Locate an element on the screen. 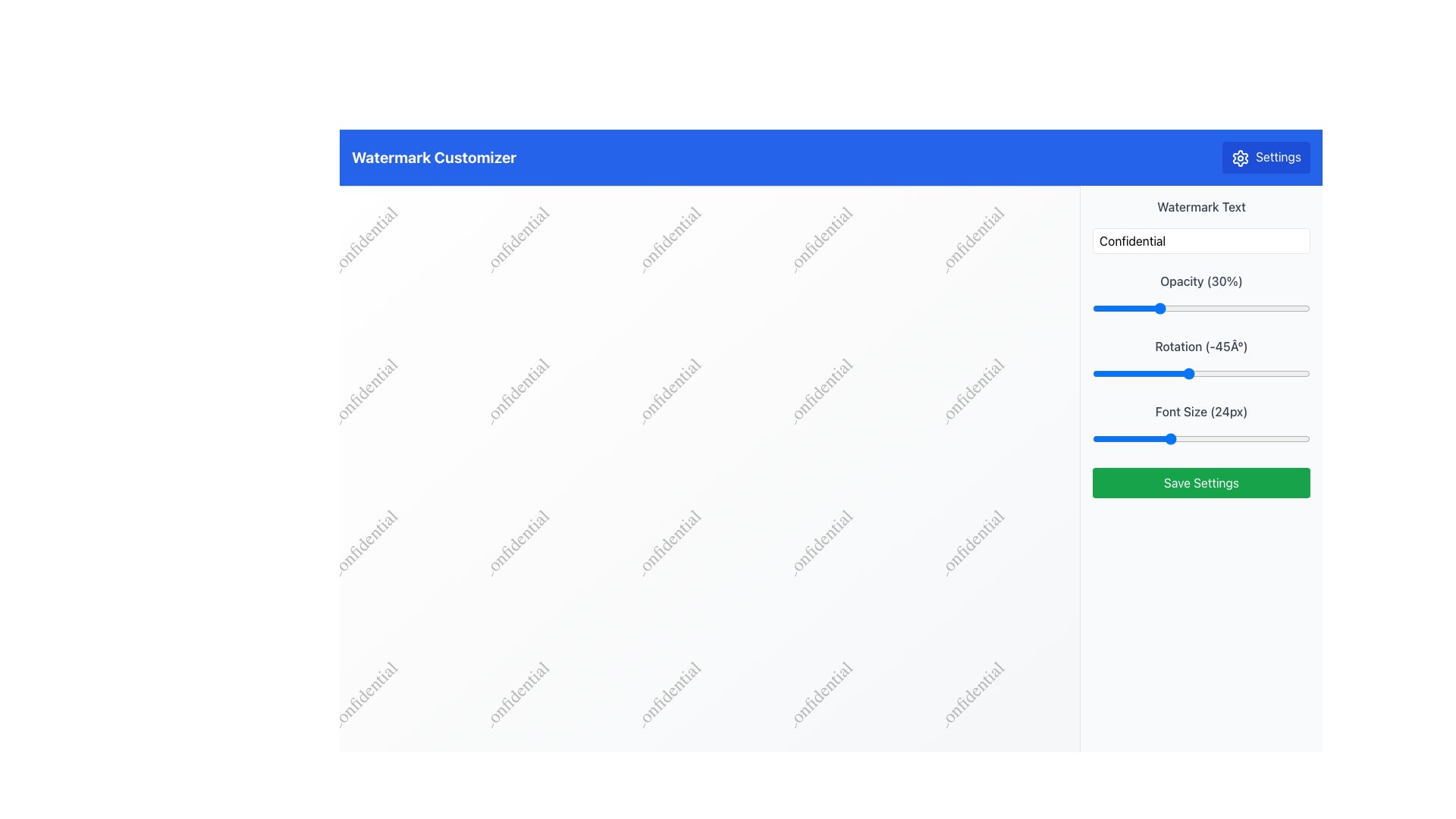 This screenshot has height=819, width=1456. the font size slider is located at coordinates (1272, 438).